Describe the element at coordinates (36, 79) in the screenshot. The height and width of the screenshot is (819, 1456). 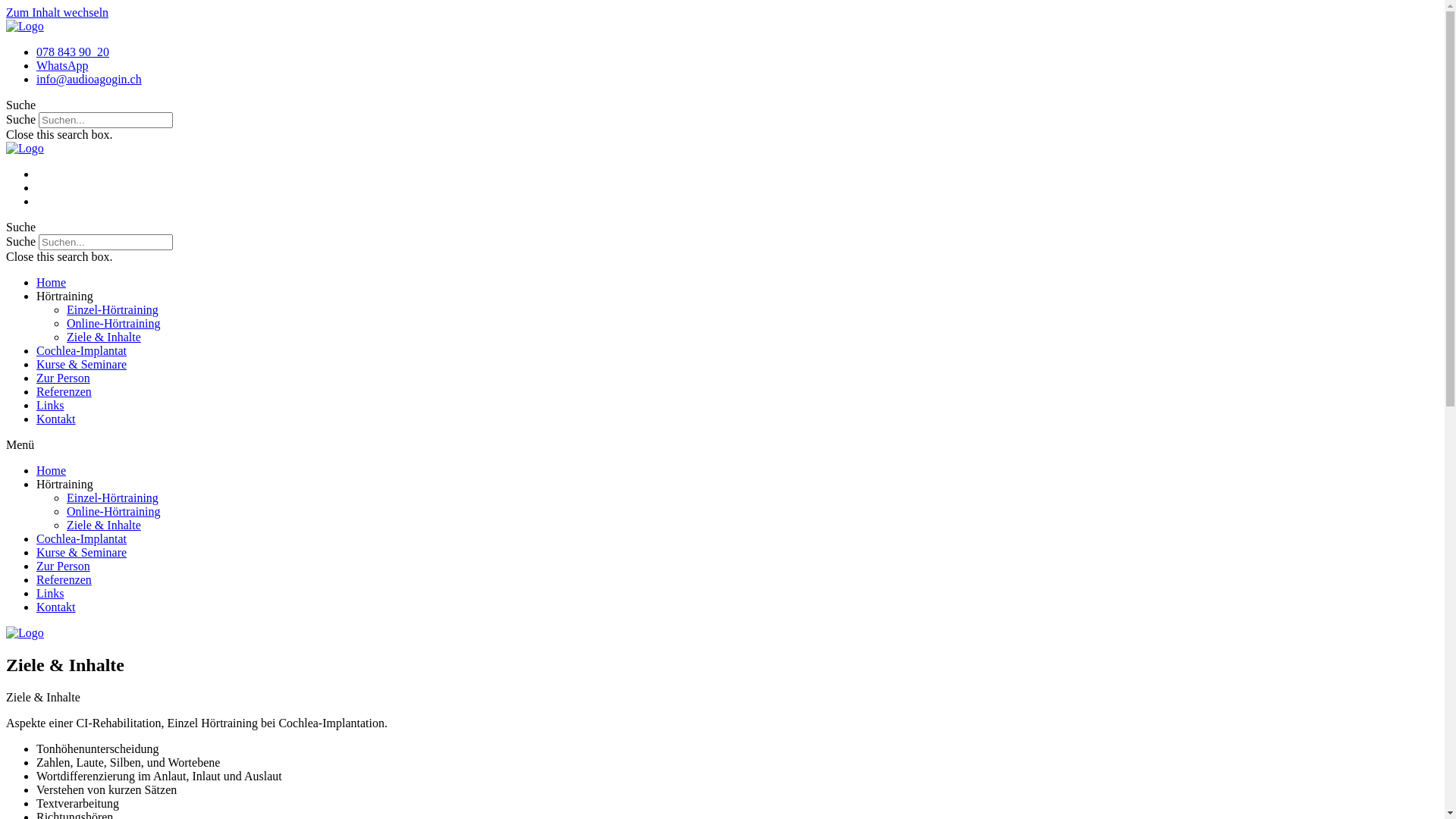
I see `'info@audioagogin.ch'` at that location.